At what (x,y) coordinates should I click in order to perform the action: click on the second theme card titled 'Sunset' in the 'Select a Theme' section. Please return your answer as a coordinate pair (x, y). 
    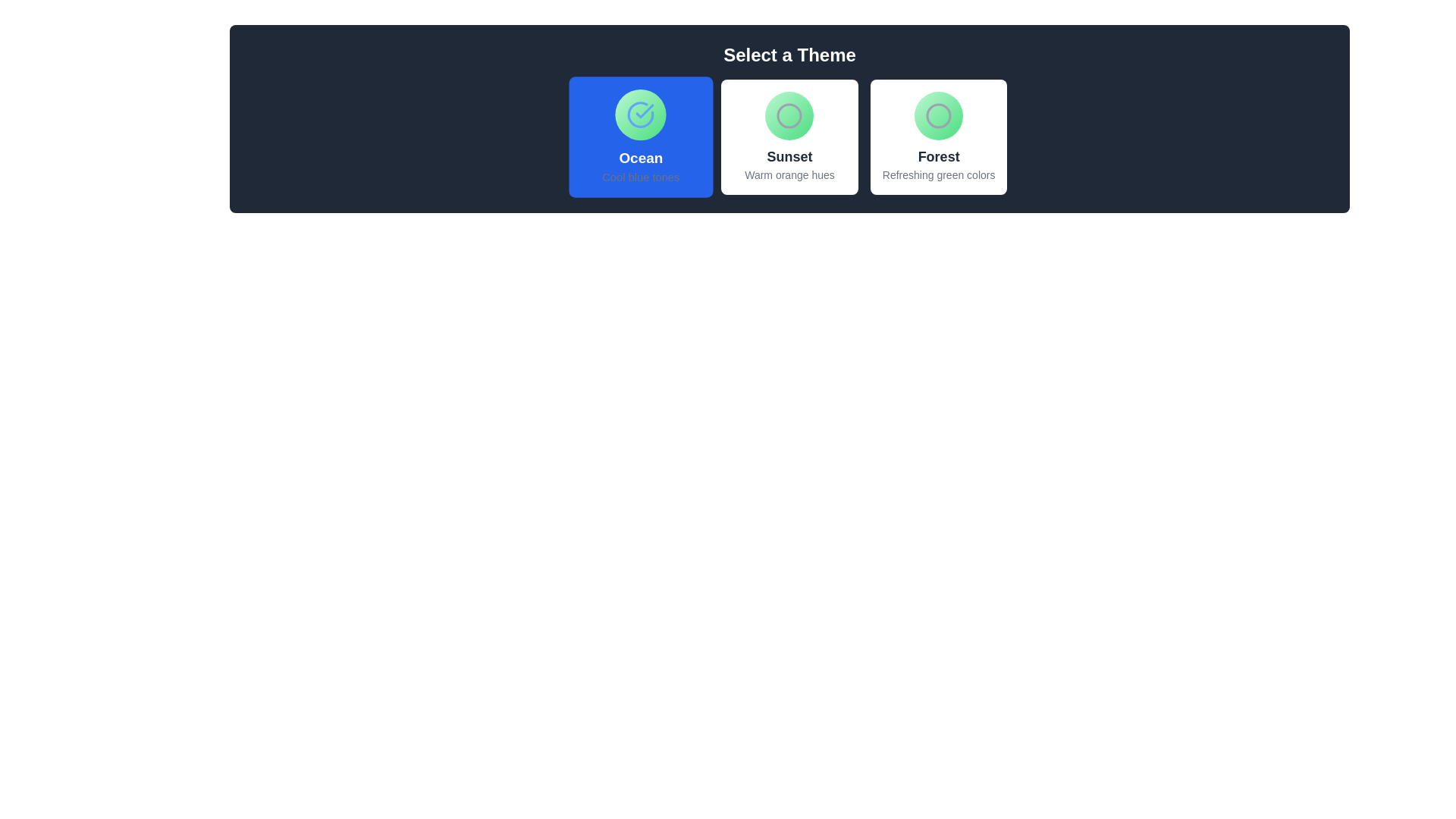
    Looking at the image, I should click on (789, 137).